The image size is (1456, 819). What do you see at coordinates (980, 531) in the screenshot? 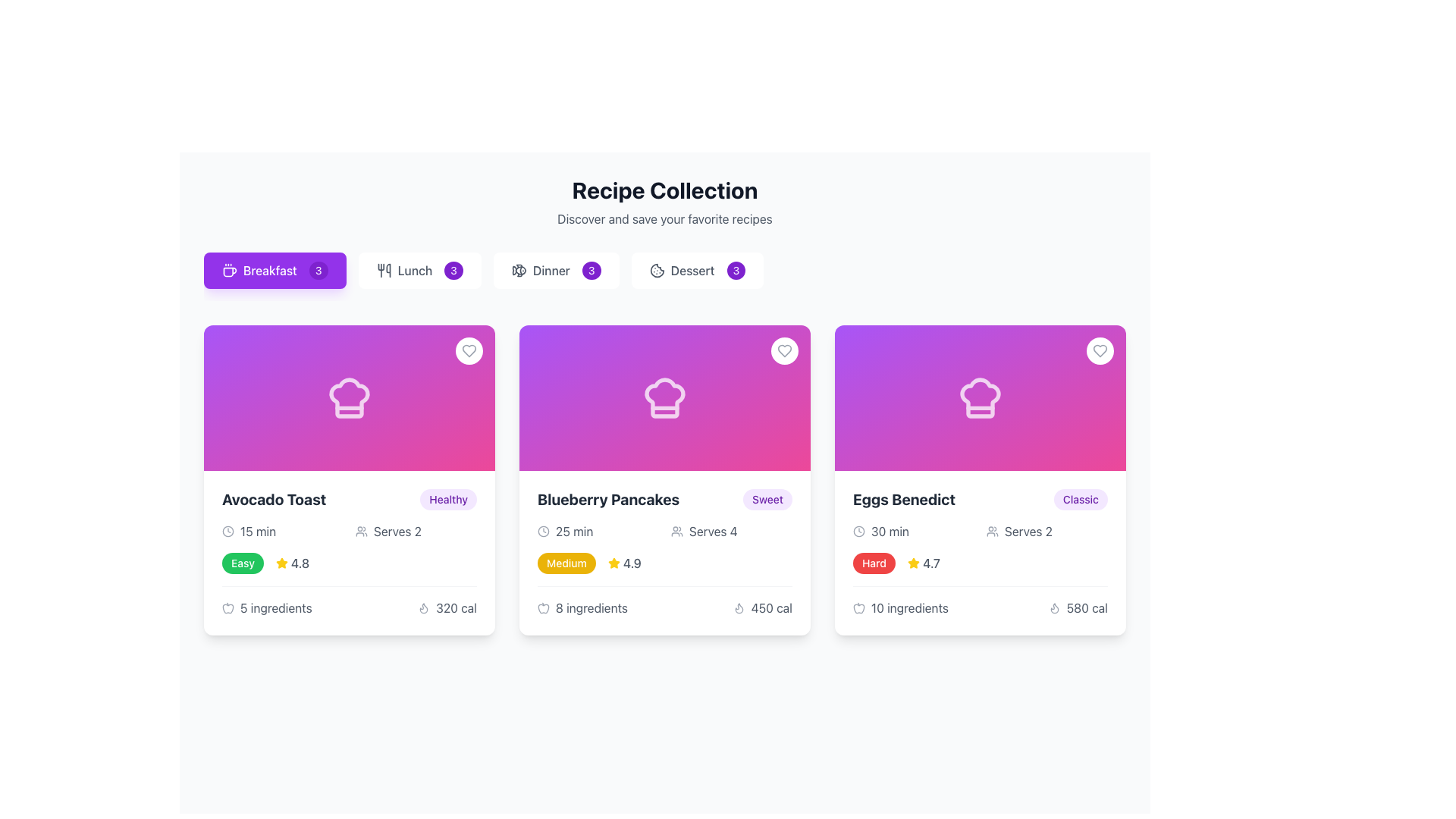
I see `the informational UI component displaying the preparation time and servings for the 'Eggs Benedict' recipe` at bounding box center [980, 531].